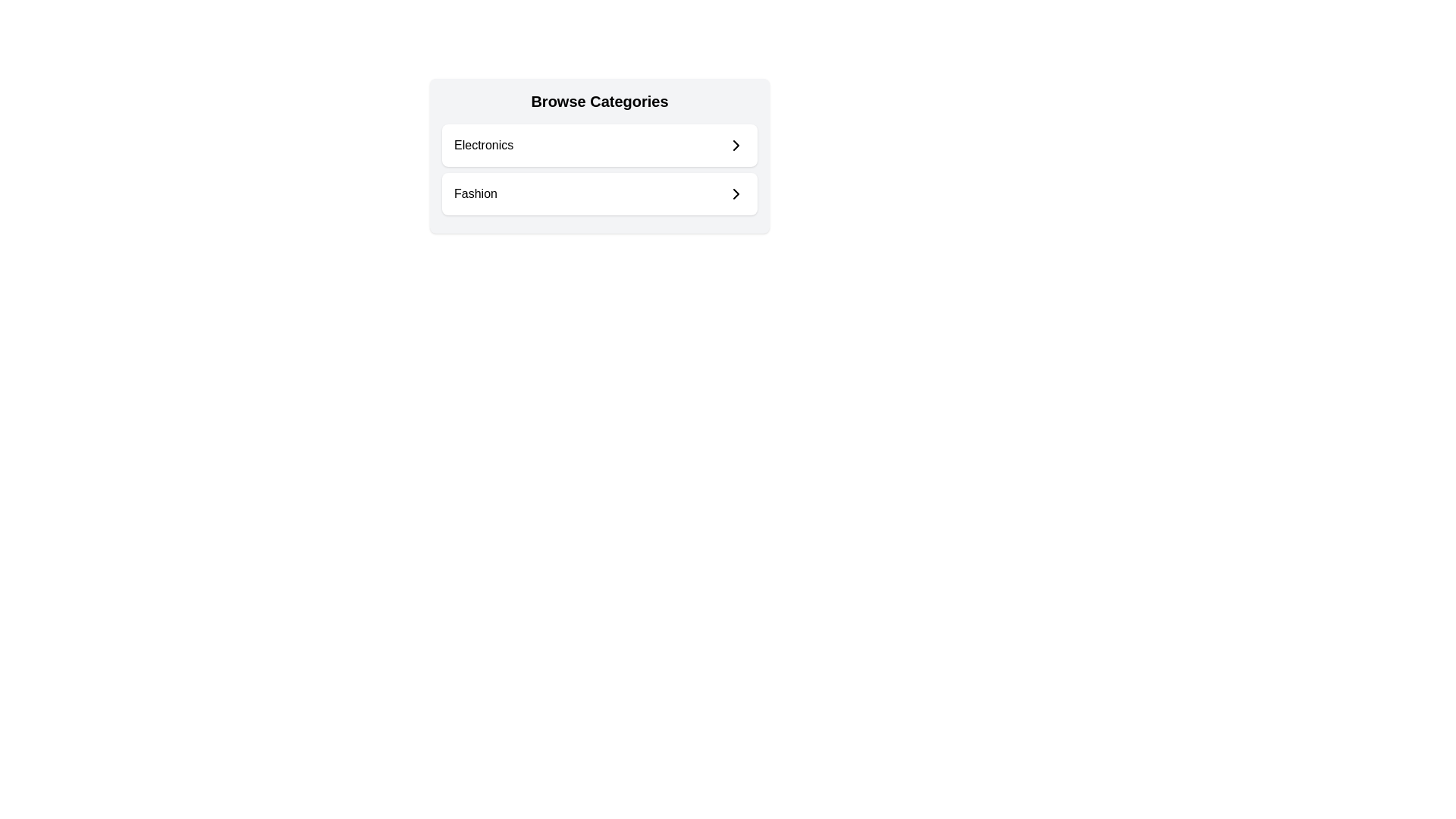  I want to click on the Chevron Arrow Symbol located in the right region of the 'Electronics' menu item within the 'Browse Categories' section, so click(736, 146).